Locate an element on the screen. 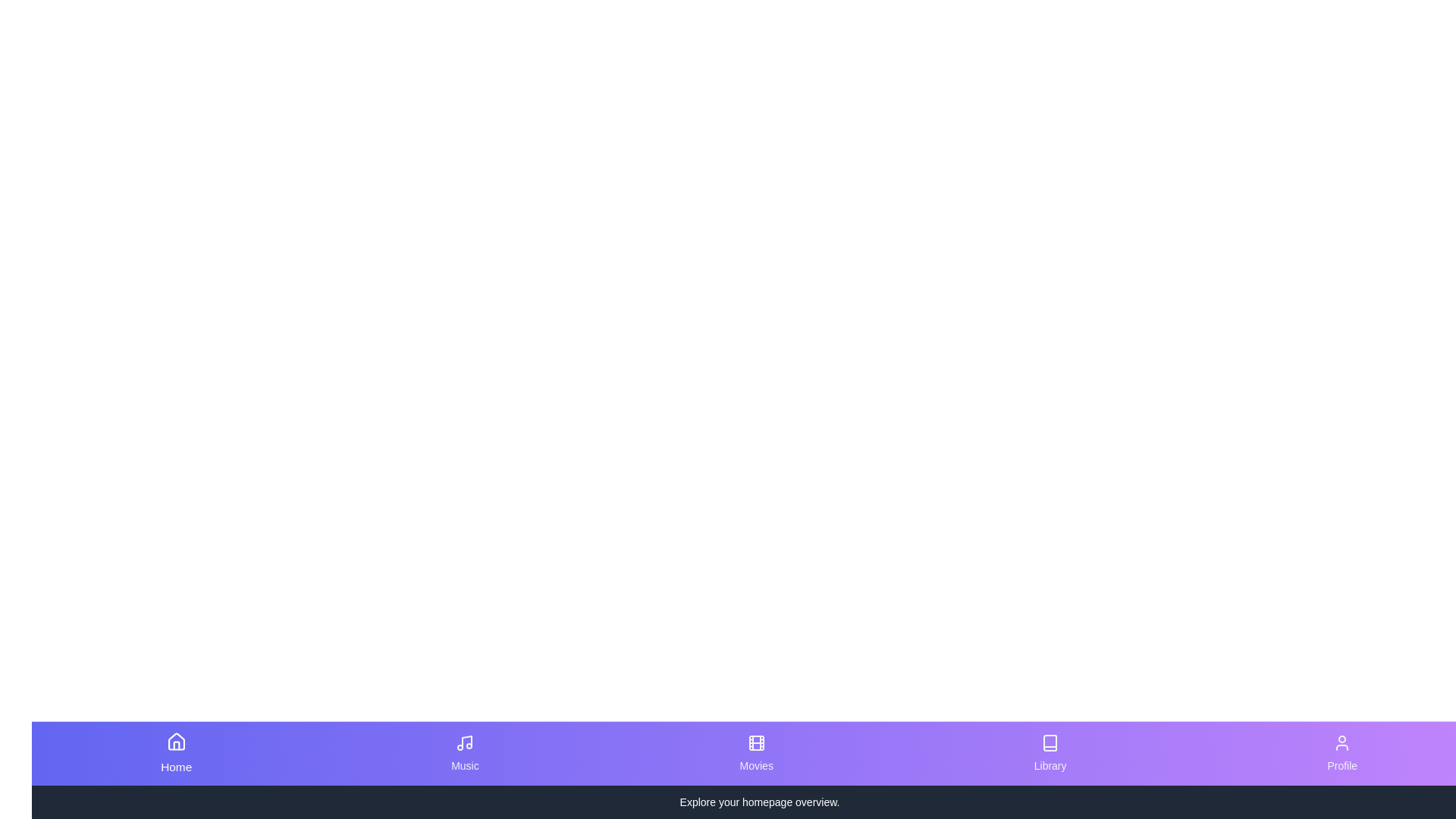  the Home button to observe the transition effect is located at coordinates (175, 754).